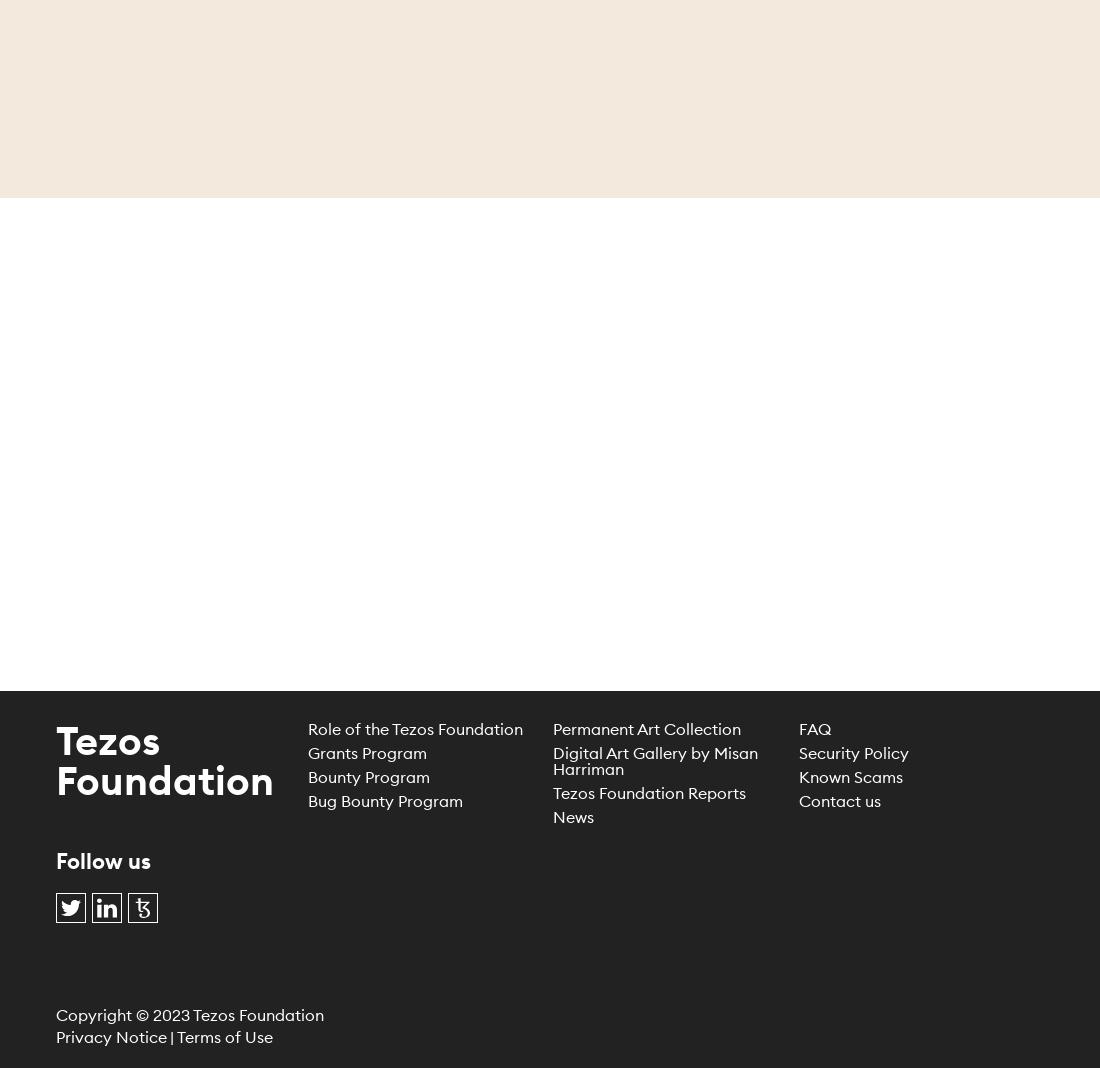 Image resolution: width=1100 pixels, height=1068 pixels. What do you see at coordinates (163, 779) in the screenshot?
I see `'Foundation'` at bounding box center [163, 779].